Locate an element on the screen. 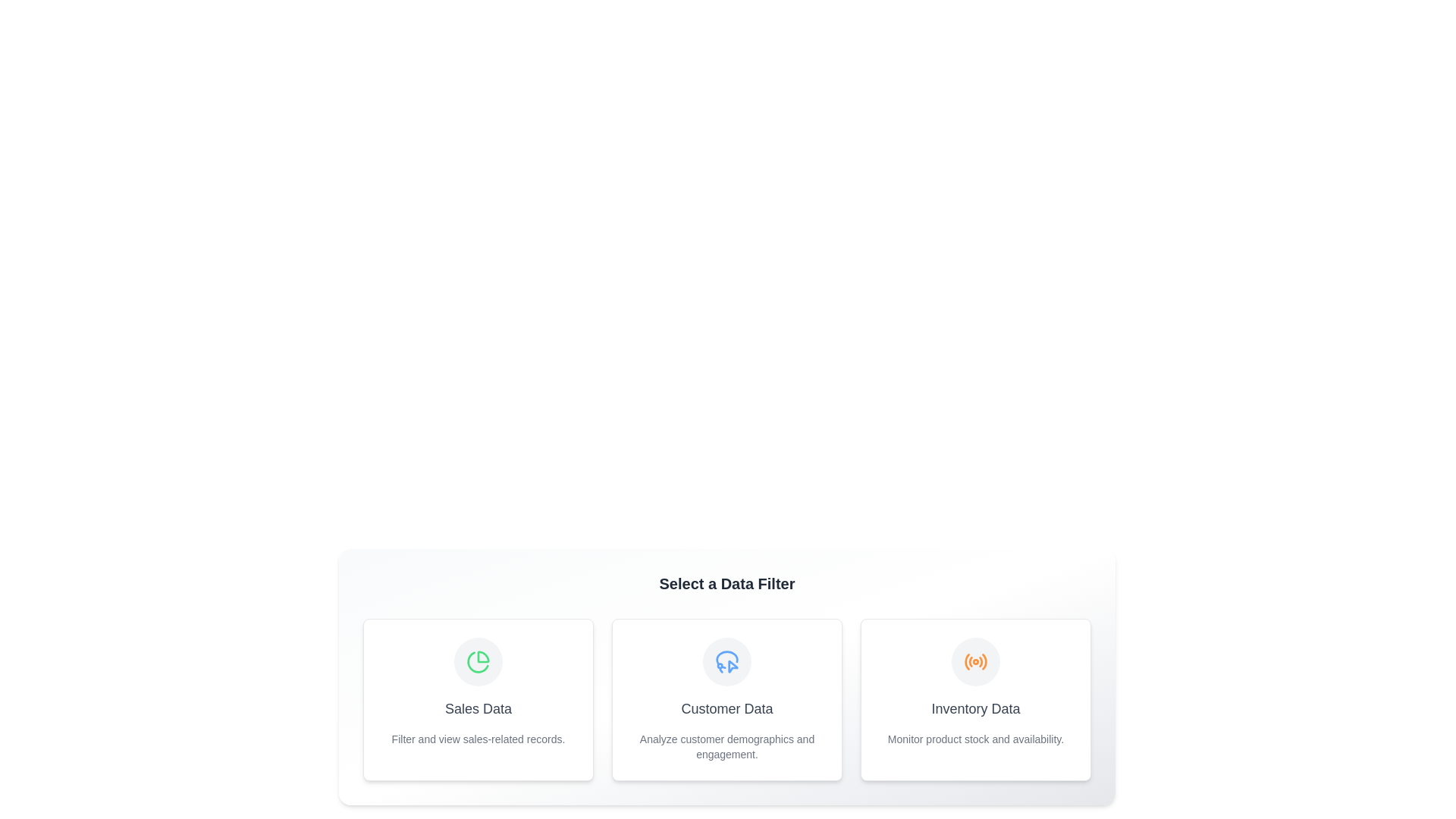 The height and width of the screenshot is (819, 1456). the Text Label that provides additional details about the 'Customer Data' section, positioned below the 'Customer Data' title in the interface is located at coordinates (726, 745).